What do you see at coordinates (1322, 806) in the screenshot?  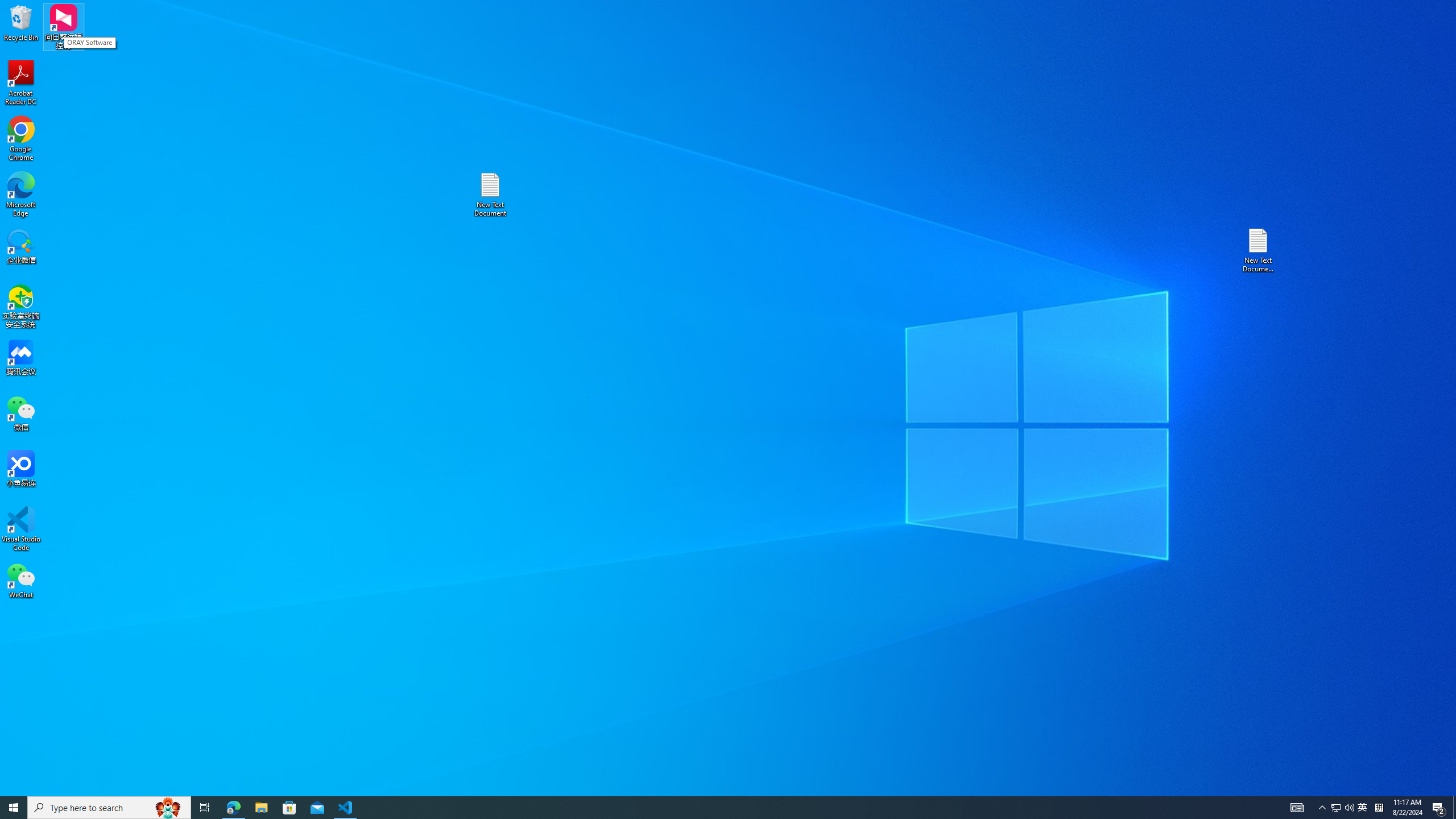 I see `'Notification Chevron'` at bounding box center [1322, 806].